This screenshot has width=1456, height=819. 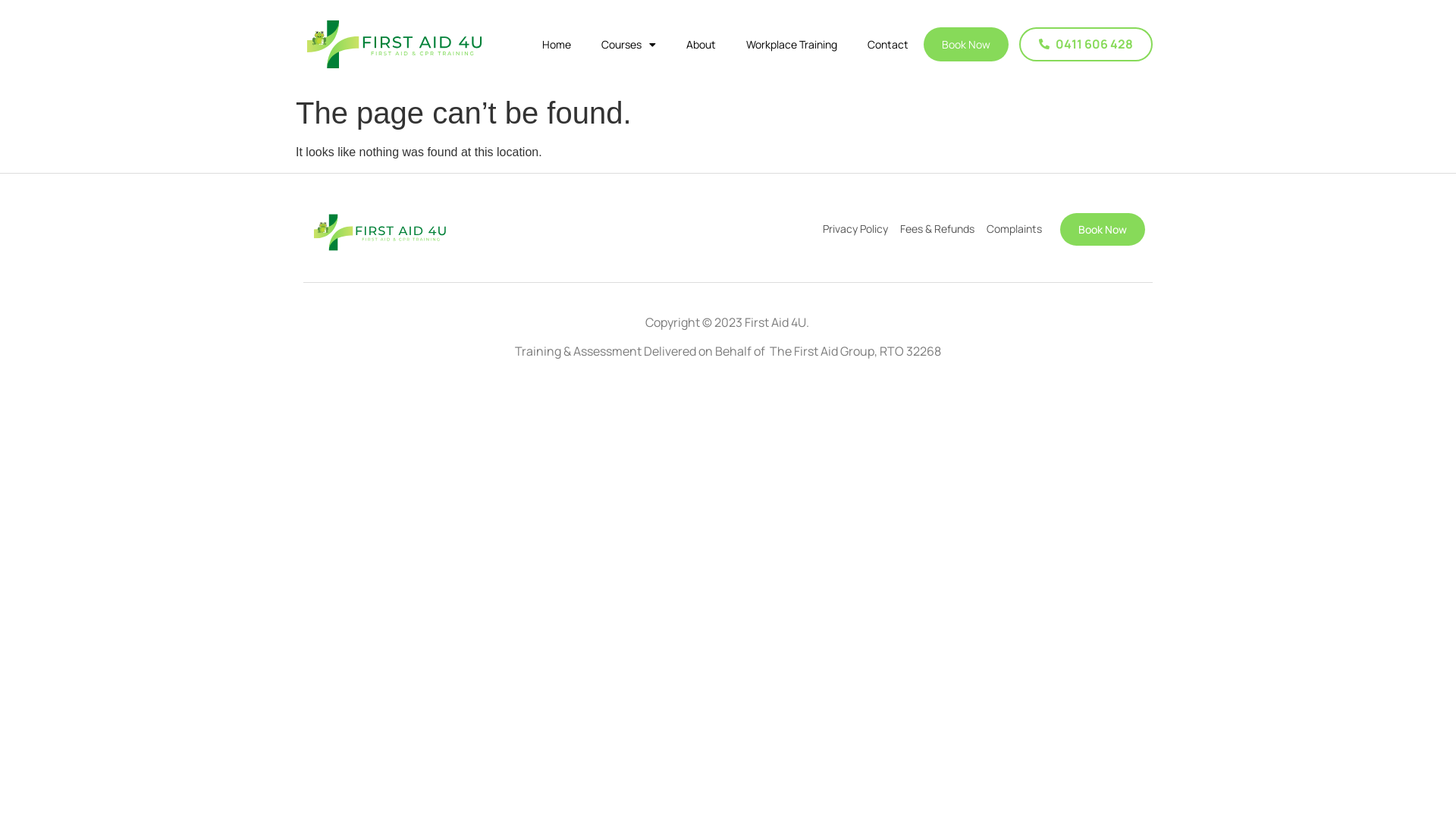 What do you see at coordinates (888, 43) in the screenshot?
I see `'Contact'` at bounding box center [888, 43].